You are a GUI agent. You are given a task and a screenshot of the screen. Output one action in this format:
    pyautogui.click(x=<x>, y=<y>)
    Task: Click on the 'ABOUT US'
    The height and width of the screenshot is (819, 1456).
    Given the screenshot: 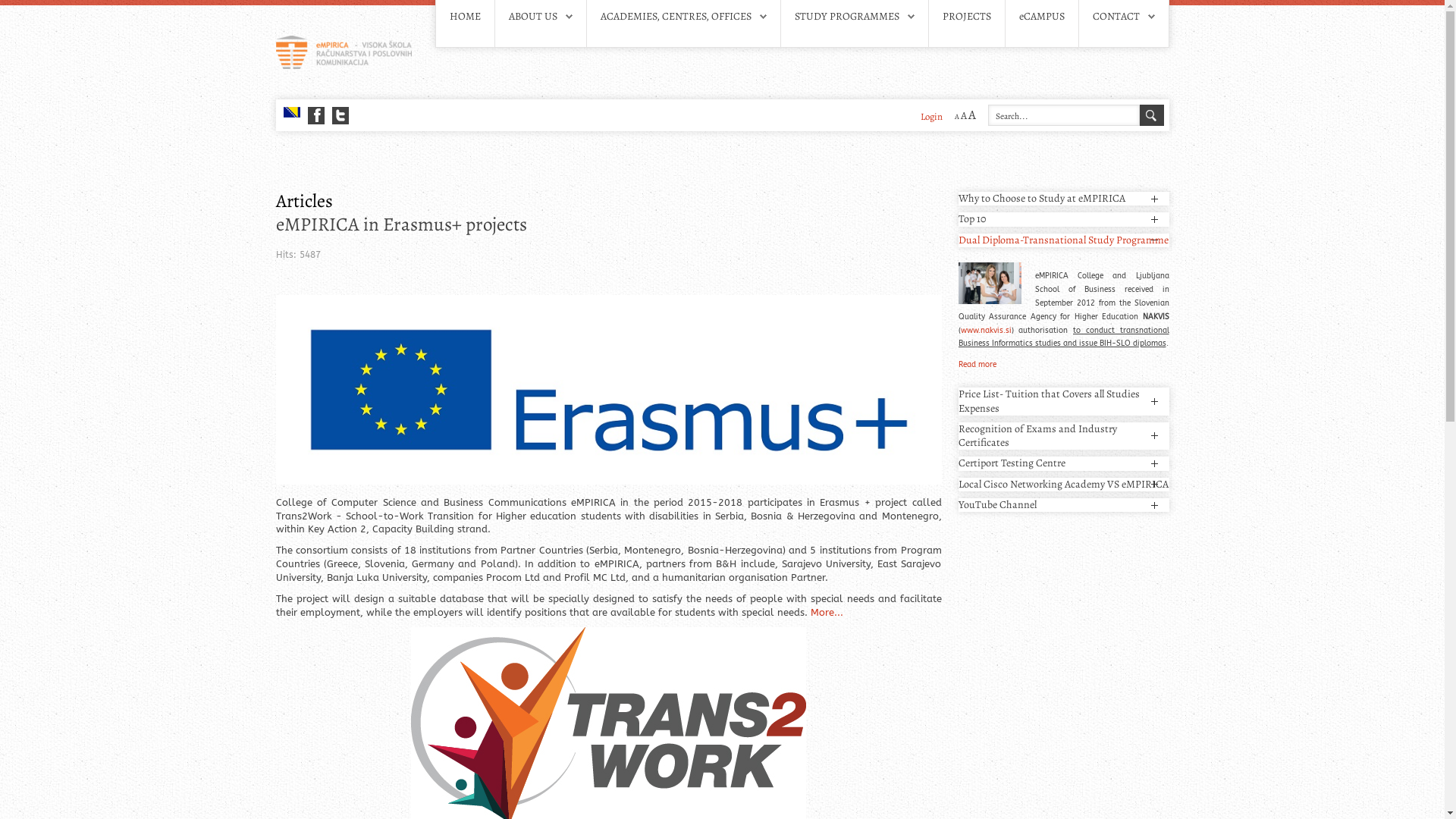 What is the action you would take?
    pyautogui.click(x=539, y=17)
    